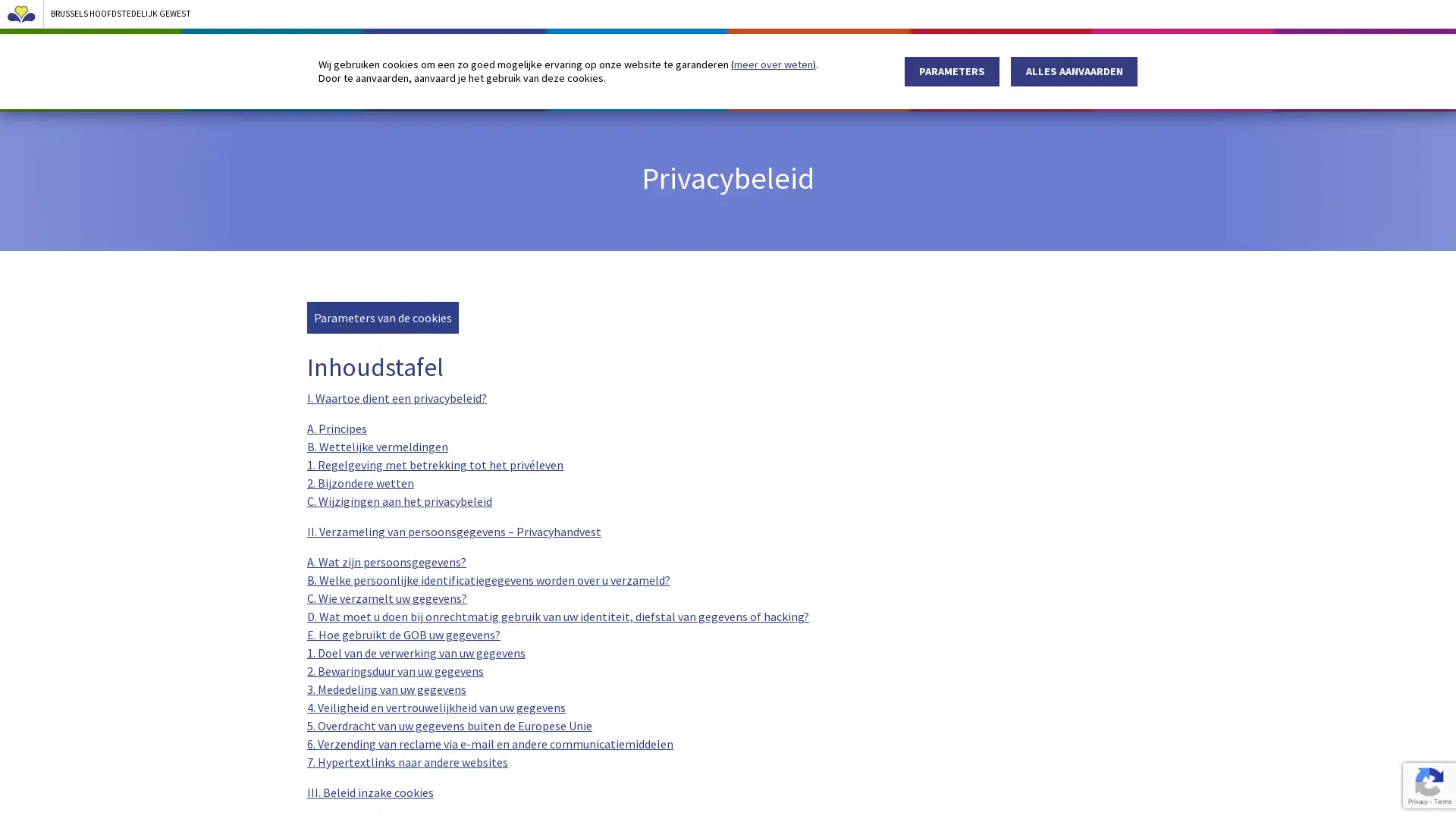 The image size is (1456, 819). I want to click on zoeken, so click(1125, 46).